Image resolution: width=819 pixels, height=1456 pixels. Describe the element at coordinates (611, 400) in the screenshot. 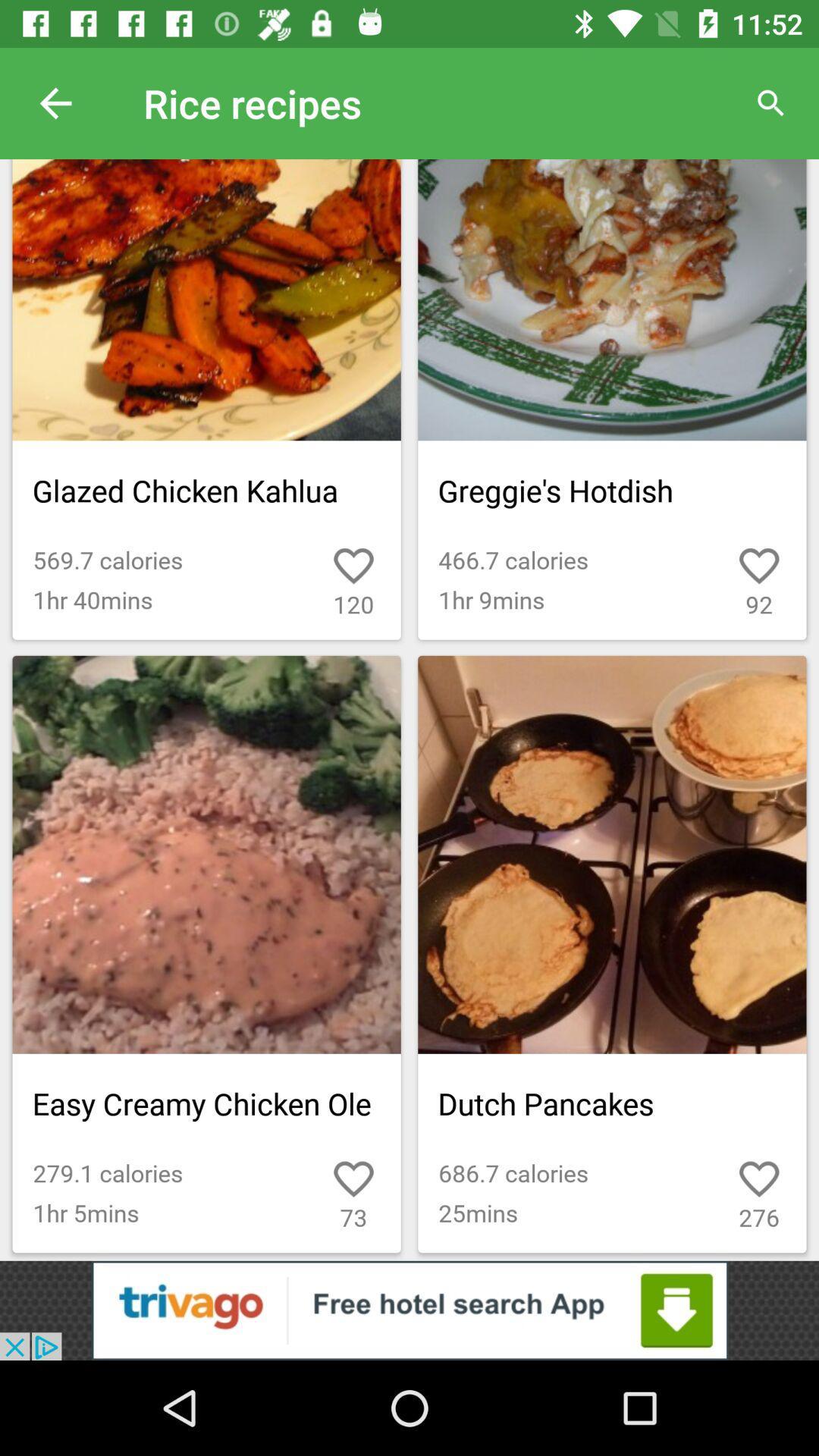

I see `the top right side dish greggies hotdish` at that location.